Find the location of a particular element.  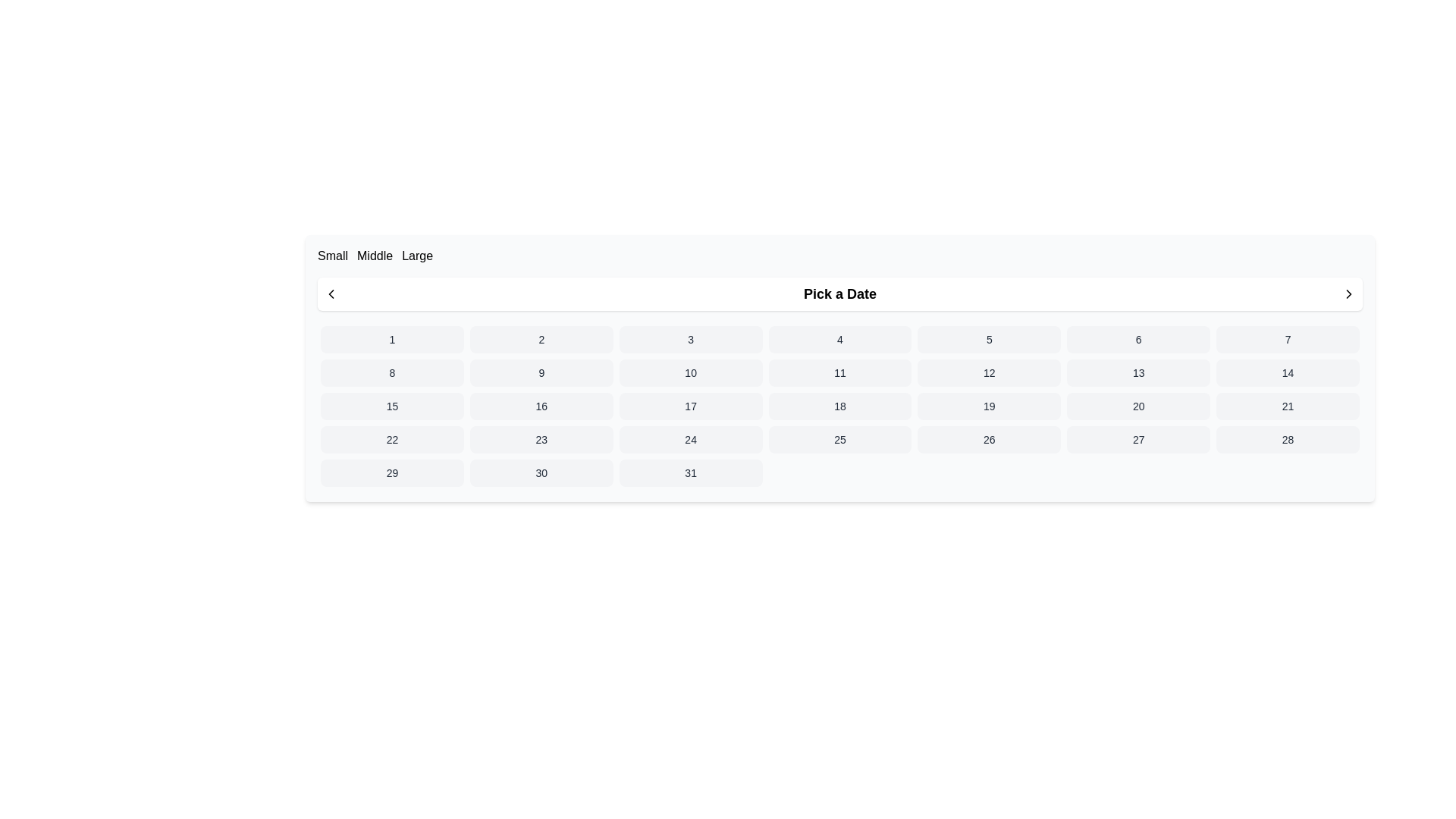

the button displaying the number '9' which has a light gray background and is located in the second row and second column of the grid is located at coordinates (541, 373).